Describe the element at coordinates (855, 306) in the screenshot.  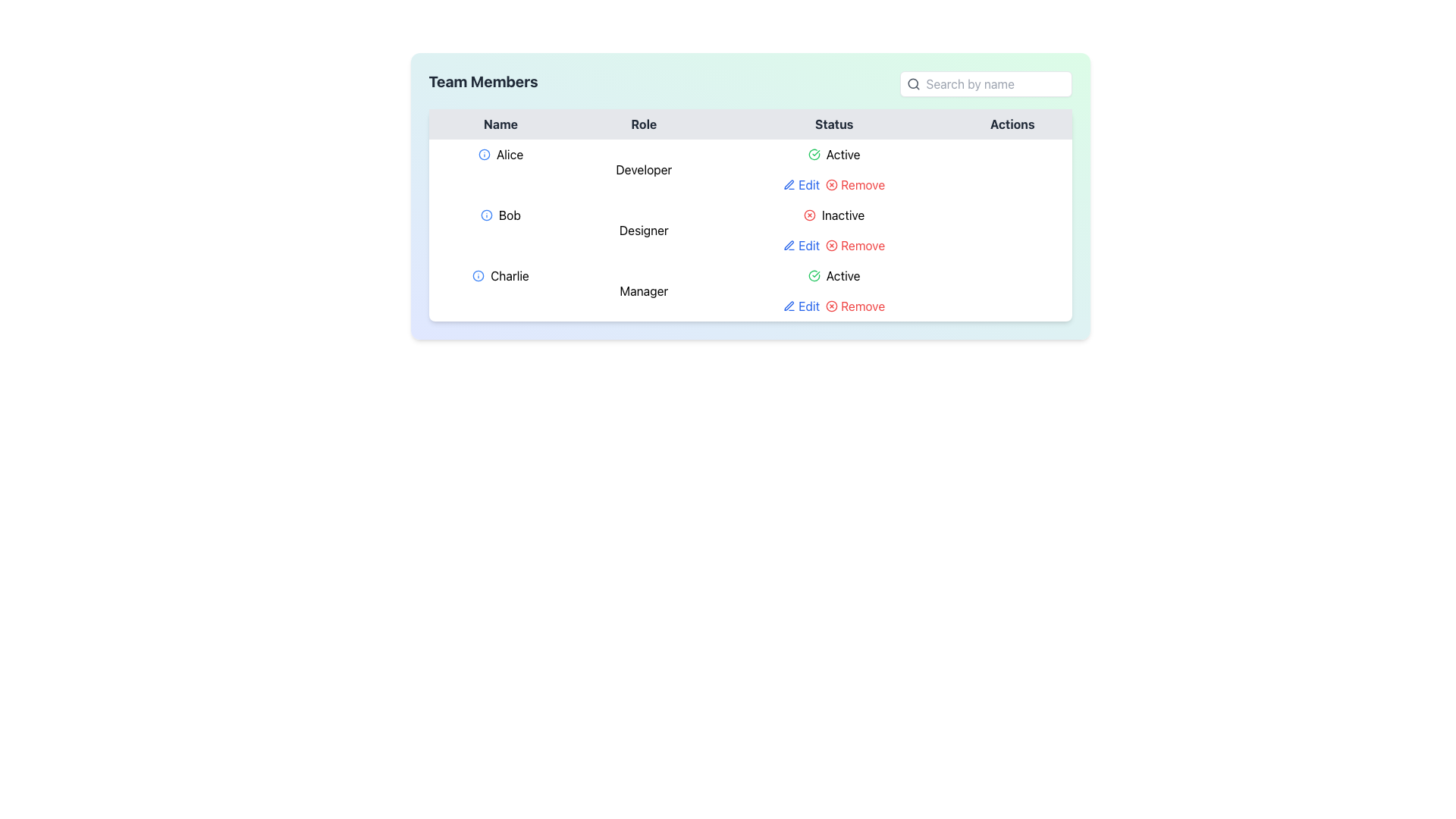
I see `the 'Remove' action link for the member 'Charlie' in the 'Actions' column of the table` at that location.